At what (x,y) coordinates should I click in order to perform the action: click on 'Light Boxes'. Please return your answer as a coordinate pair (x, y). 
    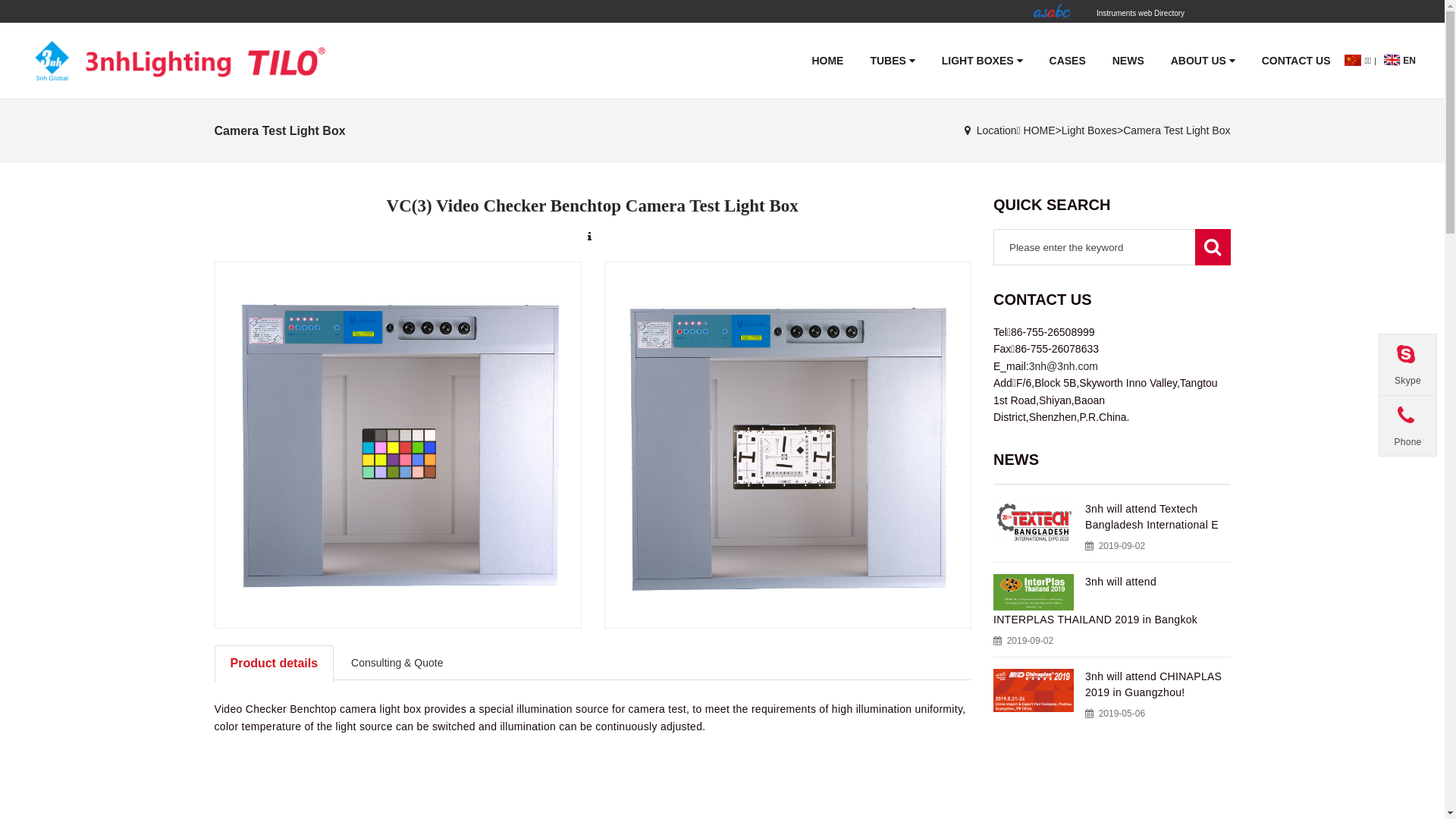
    Looking at the image, I should click on (1088, 130).